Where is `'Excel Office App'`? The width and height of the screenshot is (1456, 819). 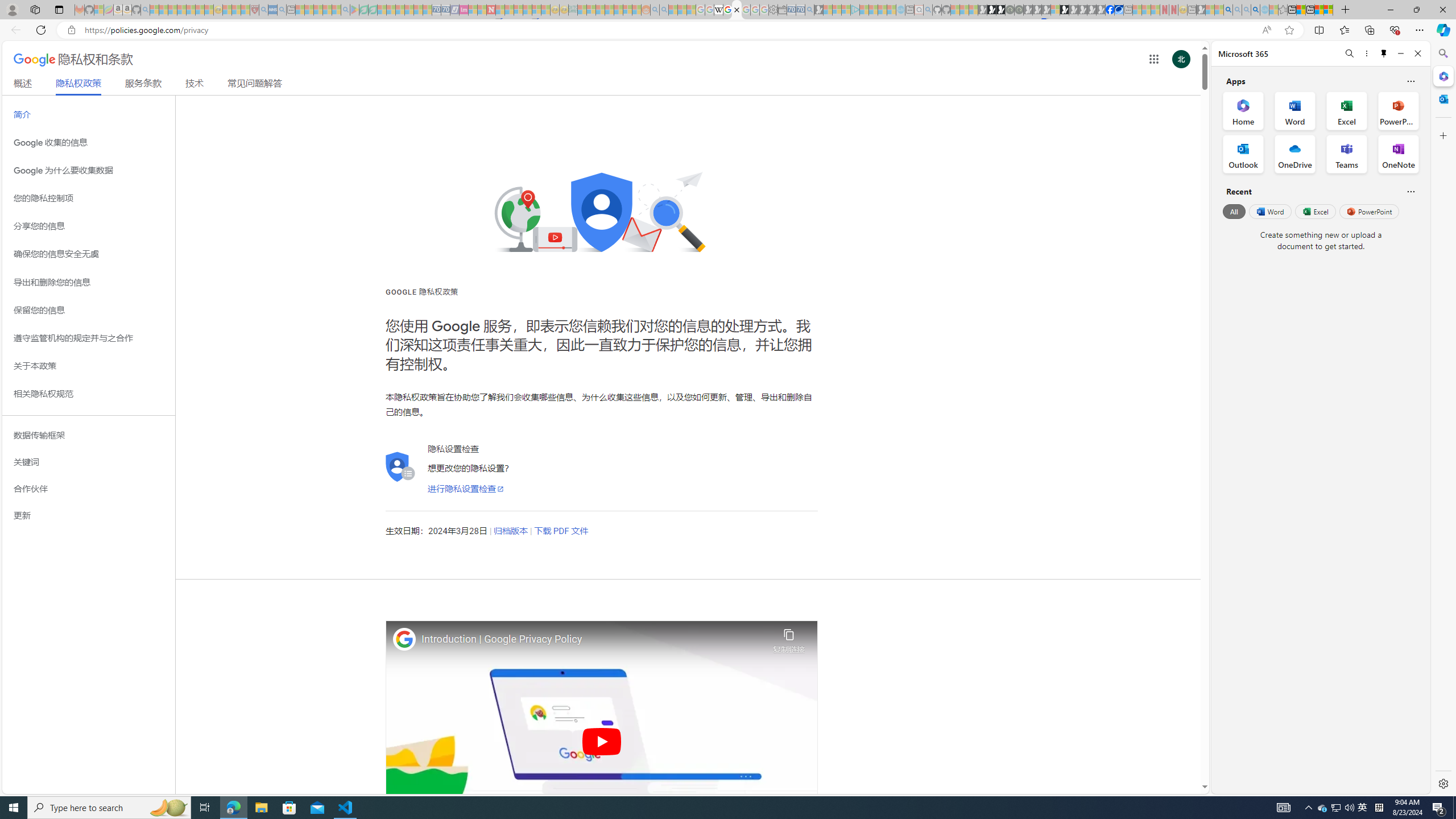 'Excel Office App' is located at coordinates (1347, 111).